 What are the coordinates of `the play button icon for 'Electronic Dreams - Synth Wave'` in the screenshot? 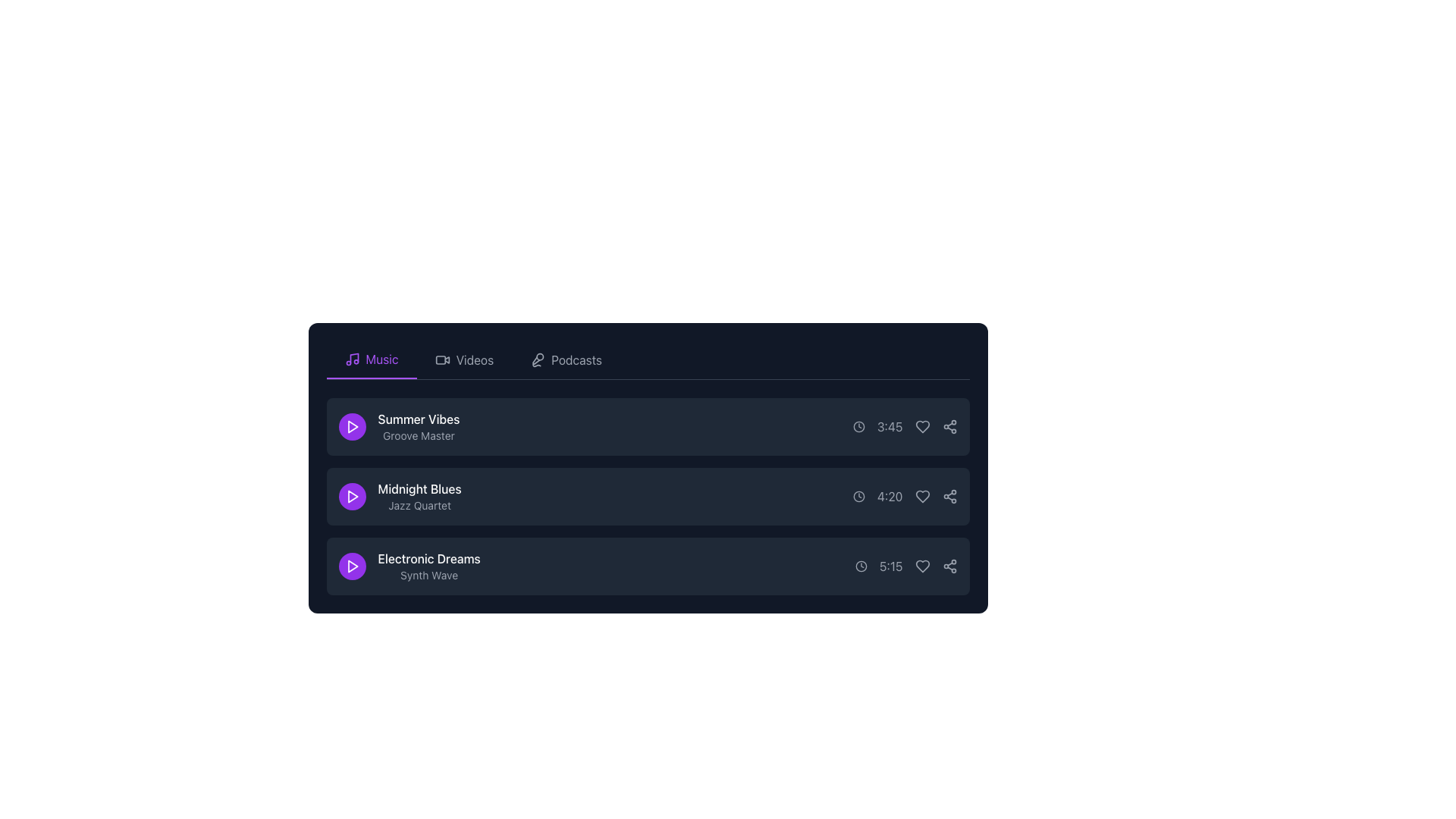 It's located at (351, 566).